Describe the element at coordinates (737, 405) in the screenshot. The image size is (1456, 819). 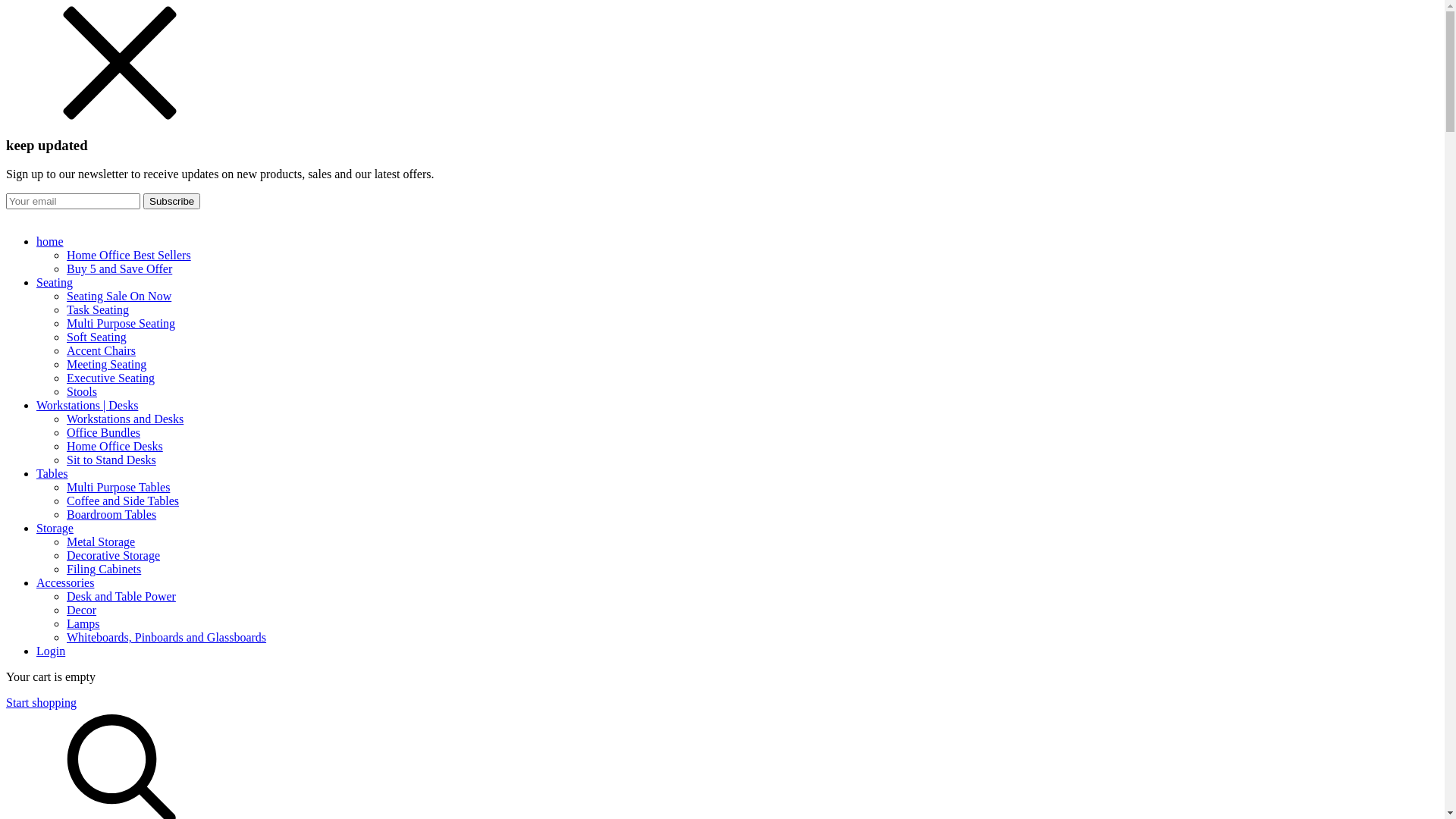
I see `'Workstations | Desks'` at that location.